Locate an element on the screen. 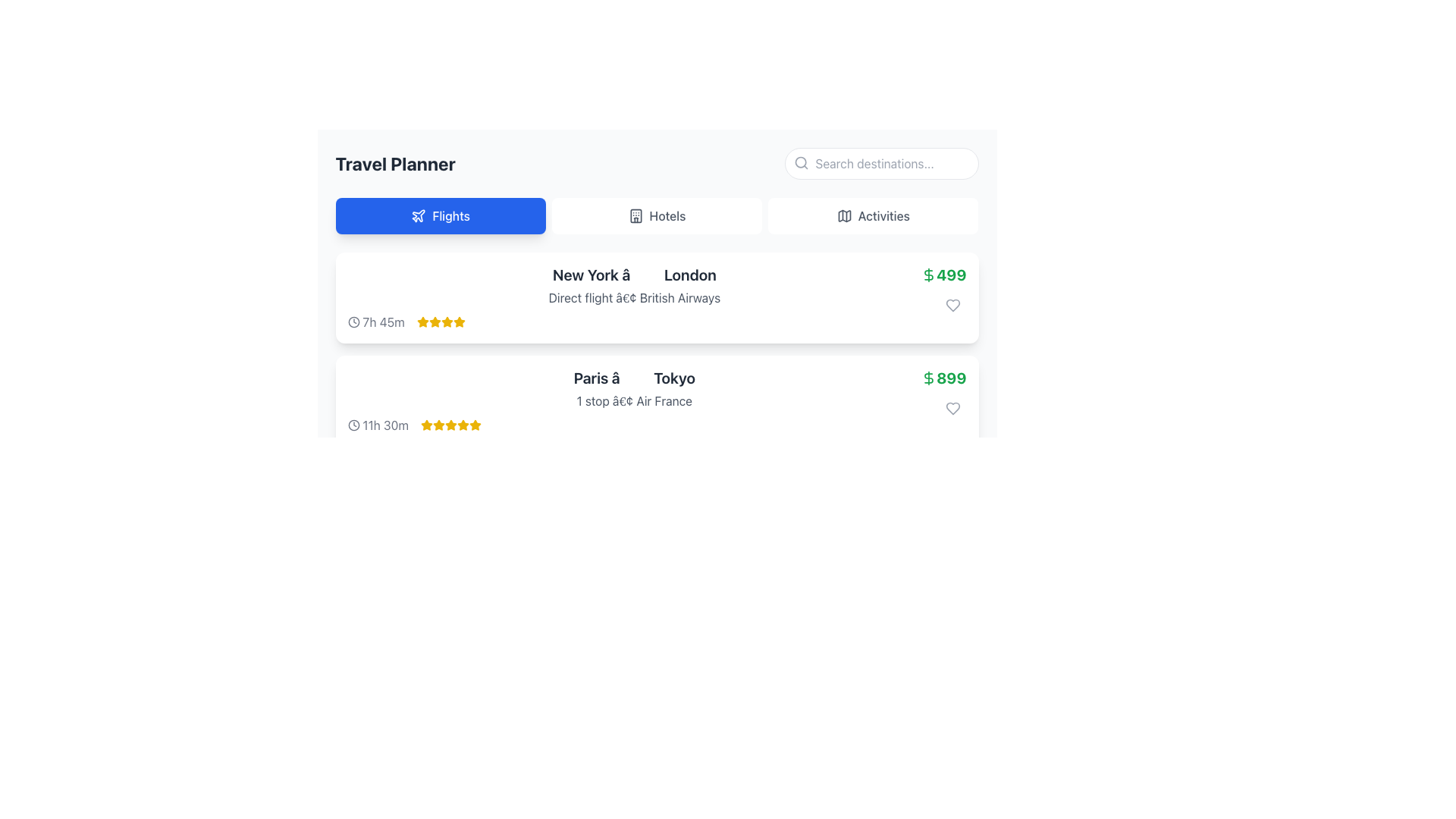 Image resolution: width=1456 pixels, height=819 pixels. the fifth star-shaped icon in the row of rating icons, which is yellow and represents the highest rating next to the duration indicator in the 'Flights' tab of the 'Travel Planner' section is located at coordinates (458, 321).